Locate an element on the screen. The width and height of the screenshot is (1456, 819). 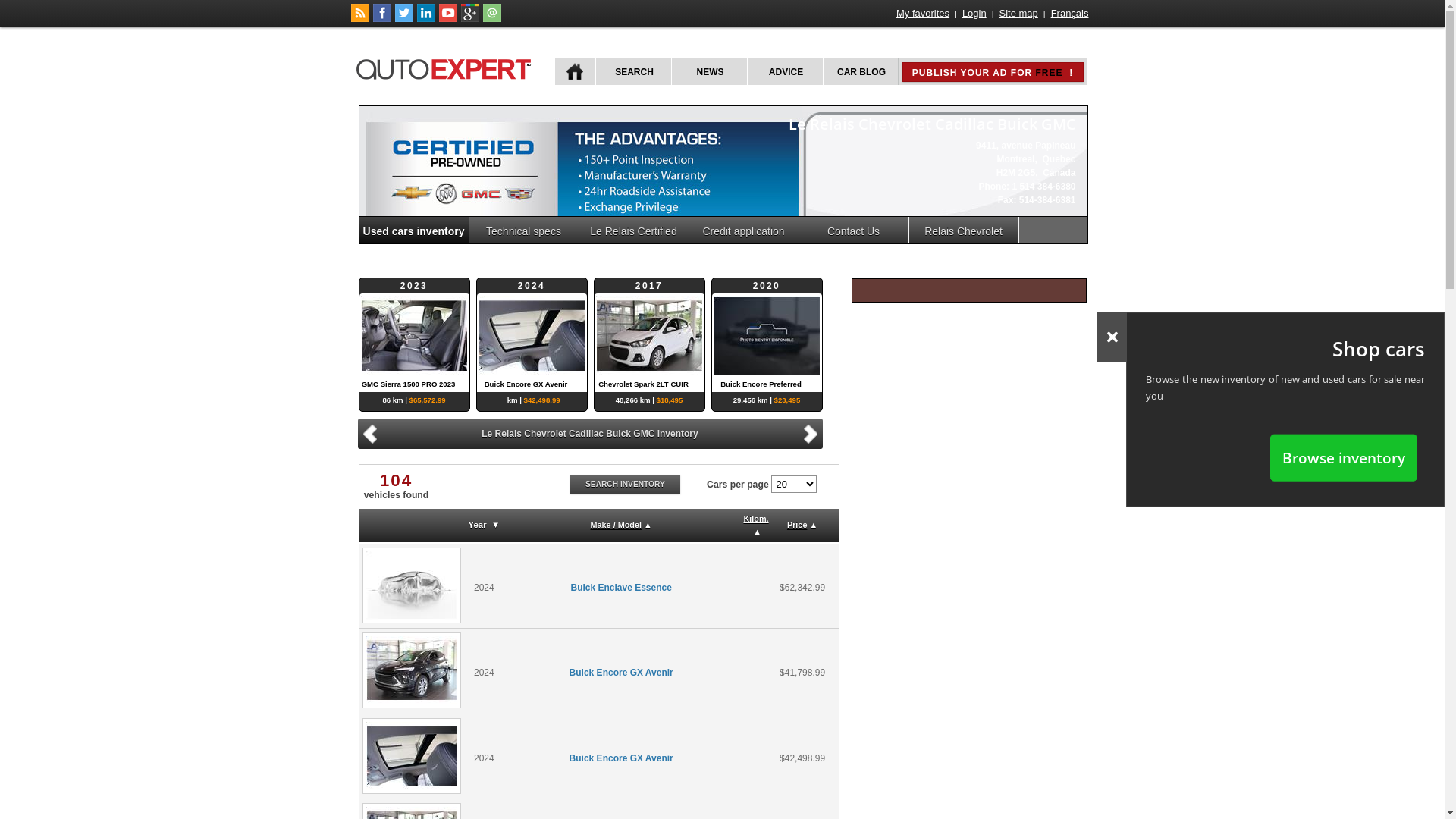
'Make / Model' is located at coordinates (616, 524).